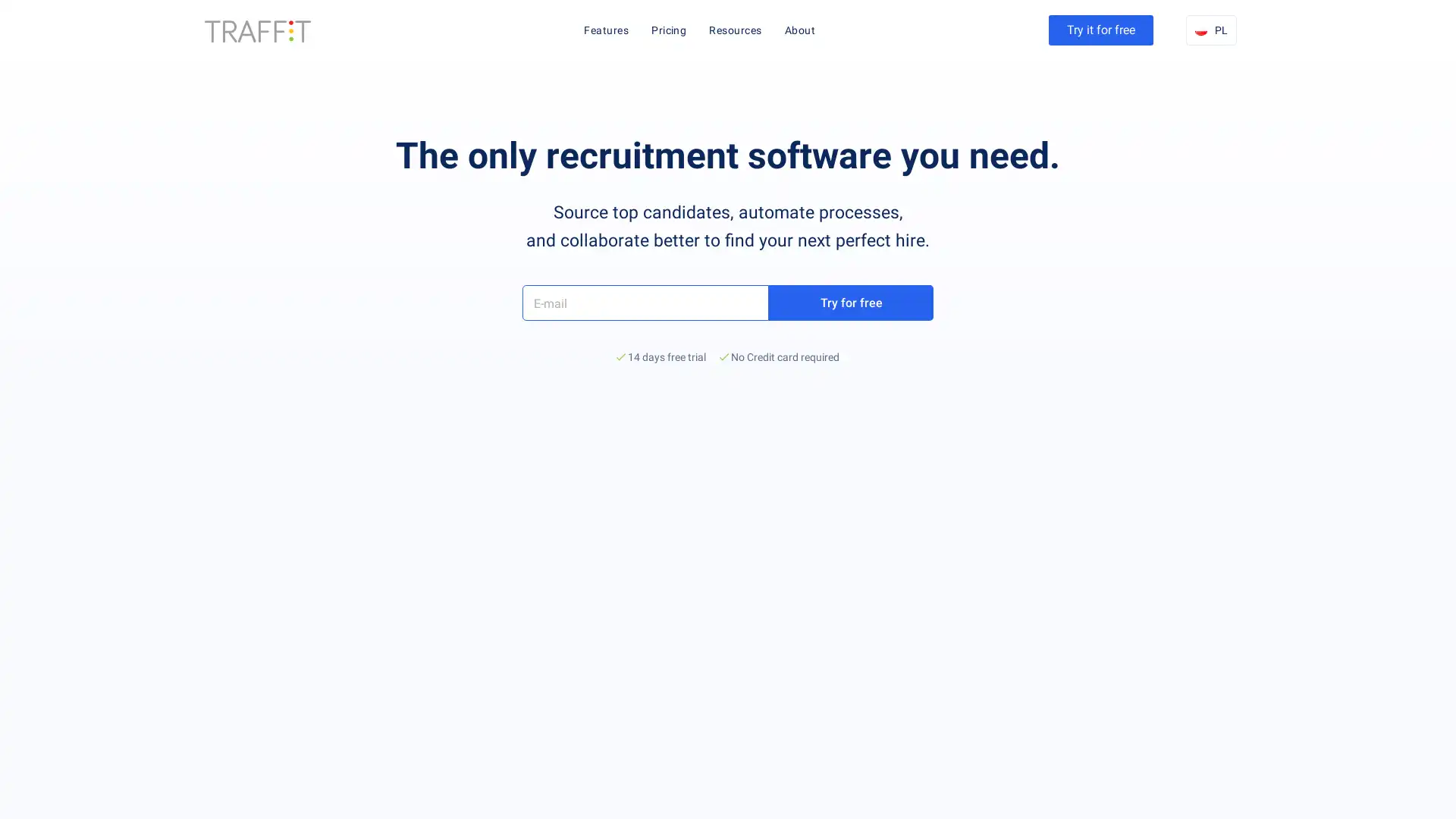  Describe the element at coordinates (1101, 30) in the screenshot. I see `Try it for free` at that location.